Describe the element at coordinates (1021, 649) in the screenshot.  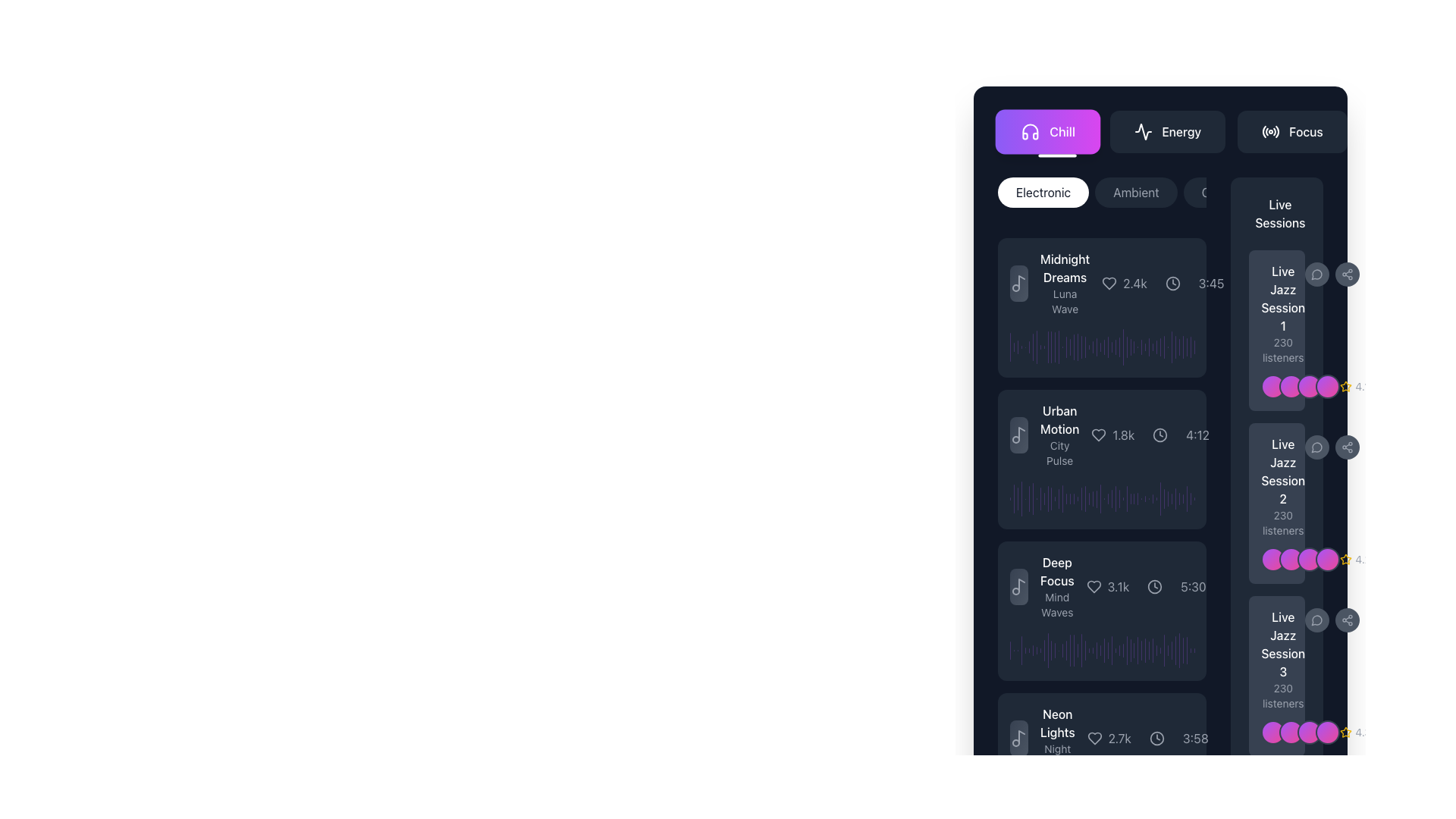
I see `the fourth vertical bar in the sequence of visual markers located near the central-right portion of the layout, adjacent to the 'Deep Focus' section` at that location.